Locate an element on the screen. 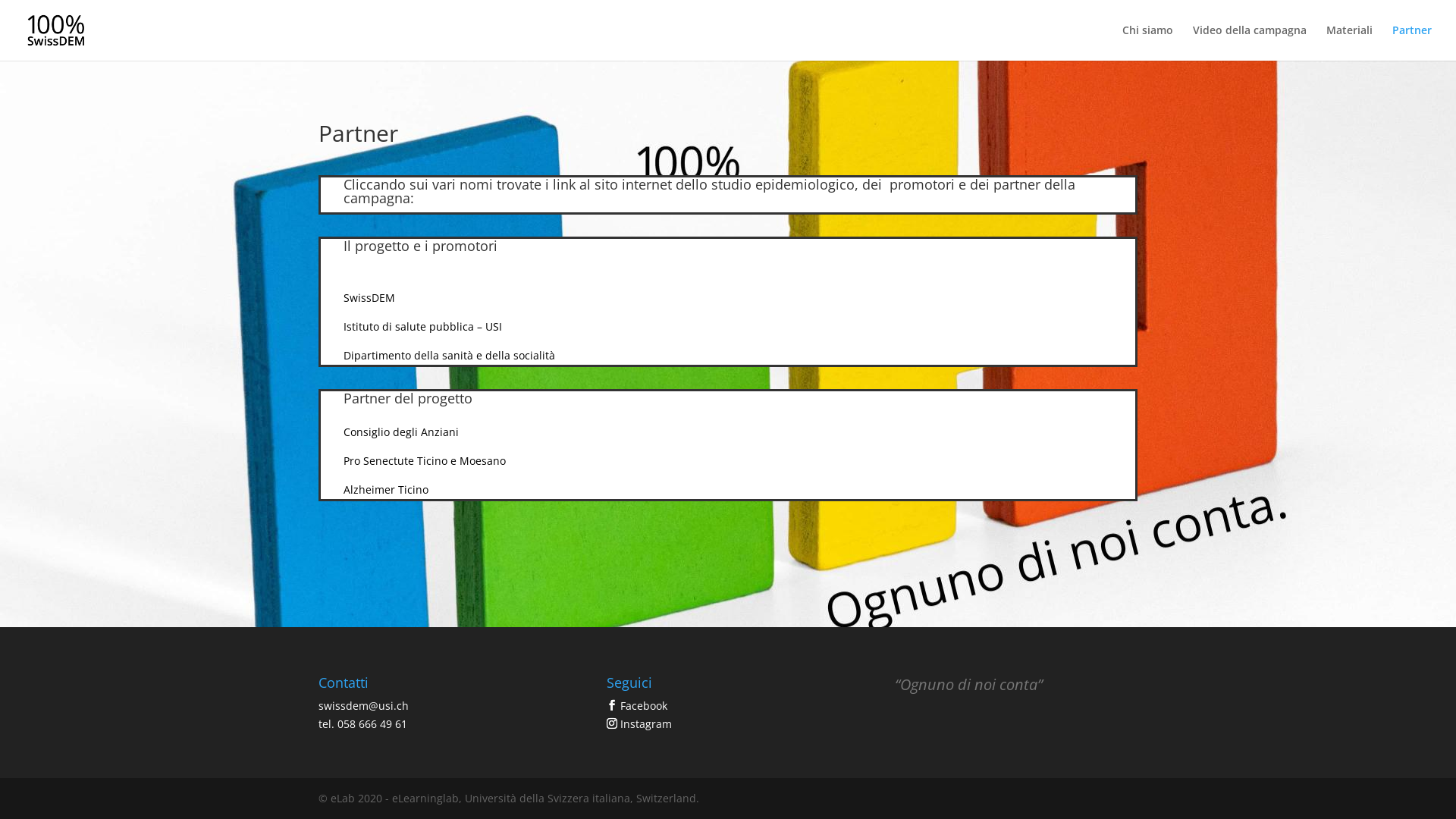 This screenshot has height=819, width=1456. 'Instagram' is located at coordinates (639, 723).